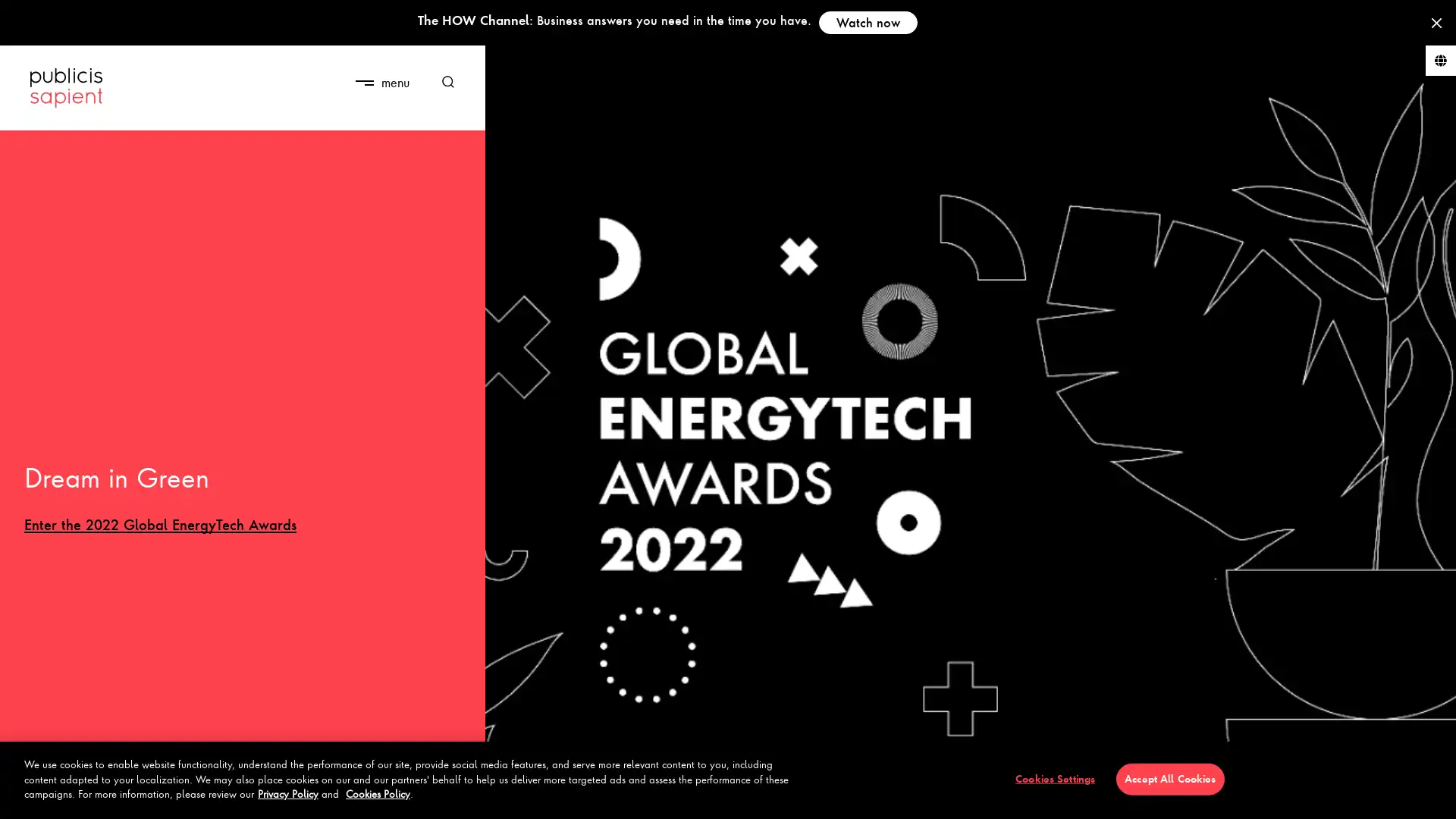 The width and height of the screenshot is (1456, 819). I want to click on Display Slide 8, so click(198, 798).